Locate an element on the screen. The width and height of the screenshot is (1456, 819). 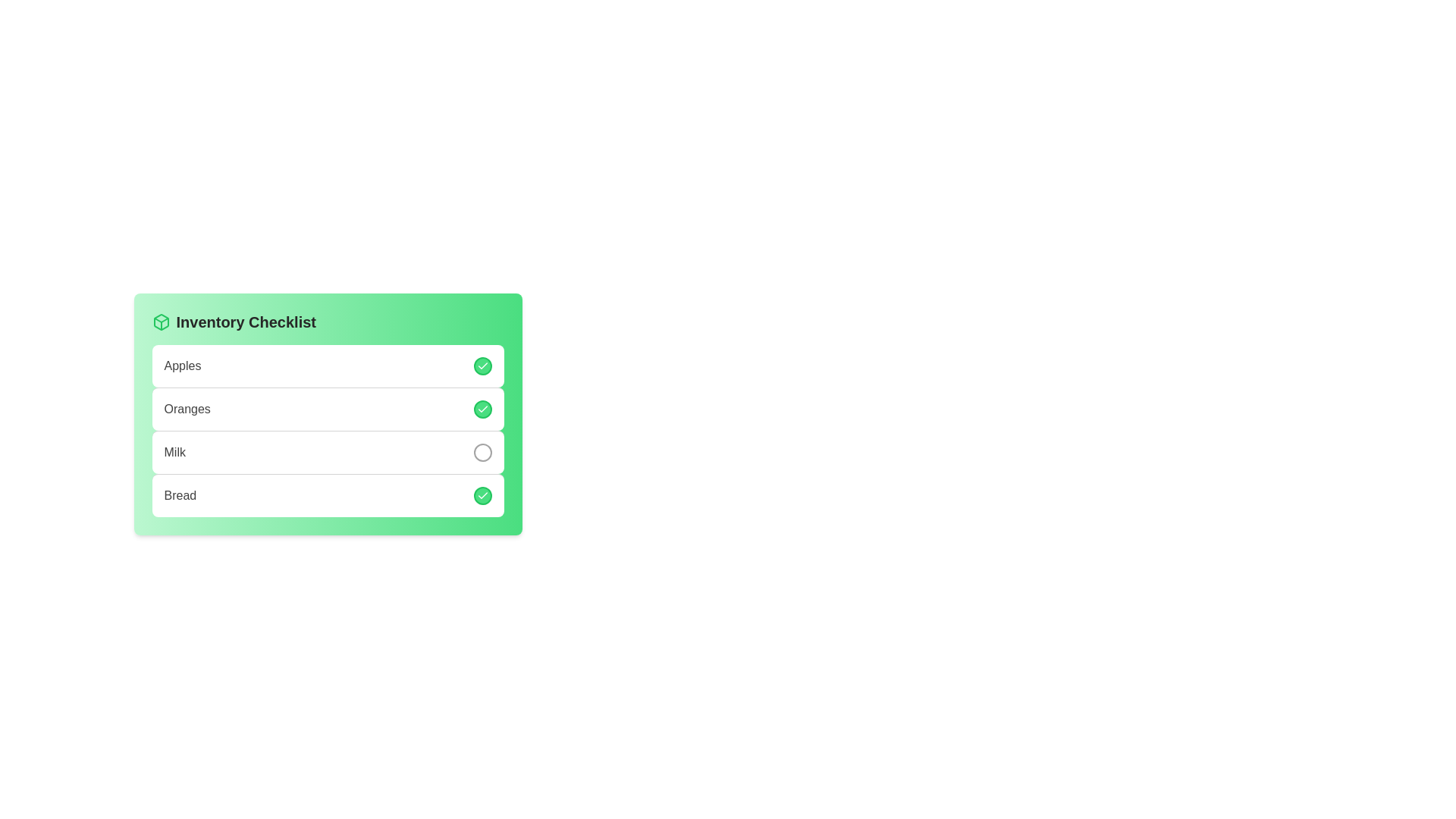
the checklist item labeled 'Bread' is located at coordinates (327, 495).